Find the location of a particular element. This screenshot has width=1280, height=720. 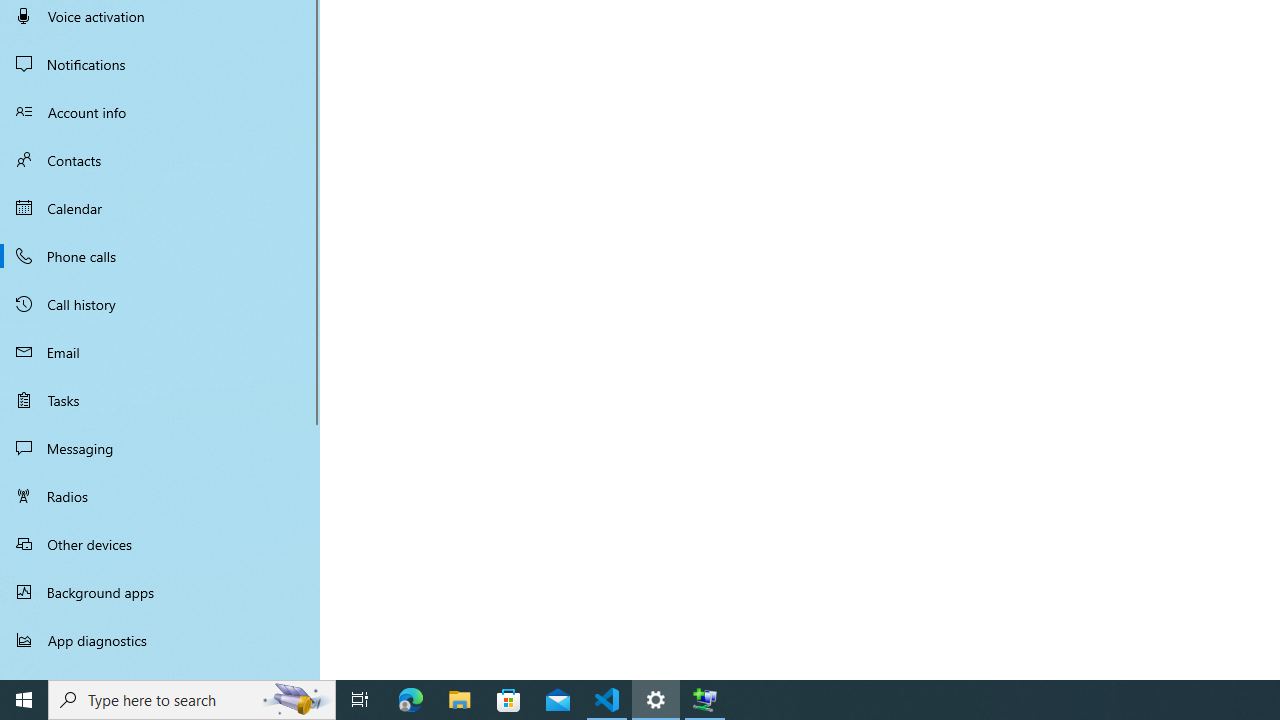

'Calendar' is located at coordinates (160, 208).